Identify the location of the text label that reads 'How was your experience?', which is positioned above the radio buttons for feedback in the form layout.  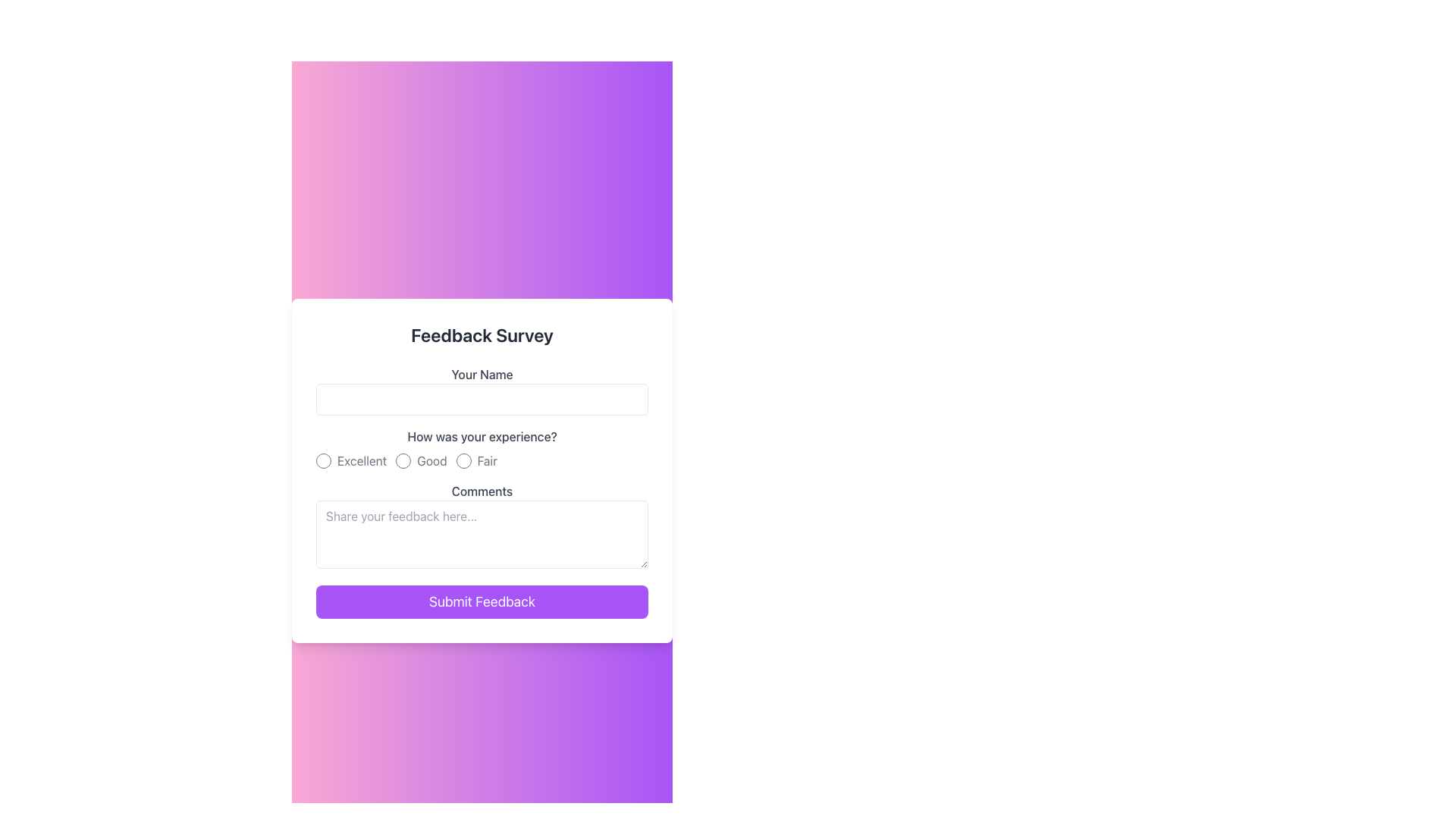
(481, 436).